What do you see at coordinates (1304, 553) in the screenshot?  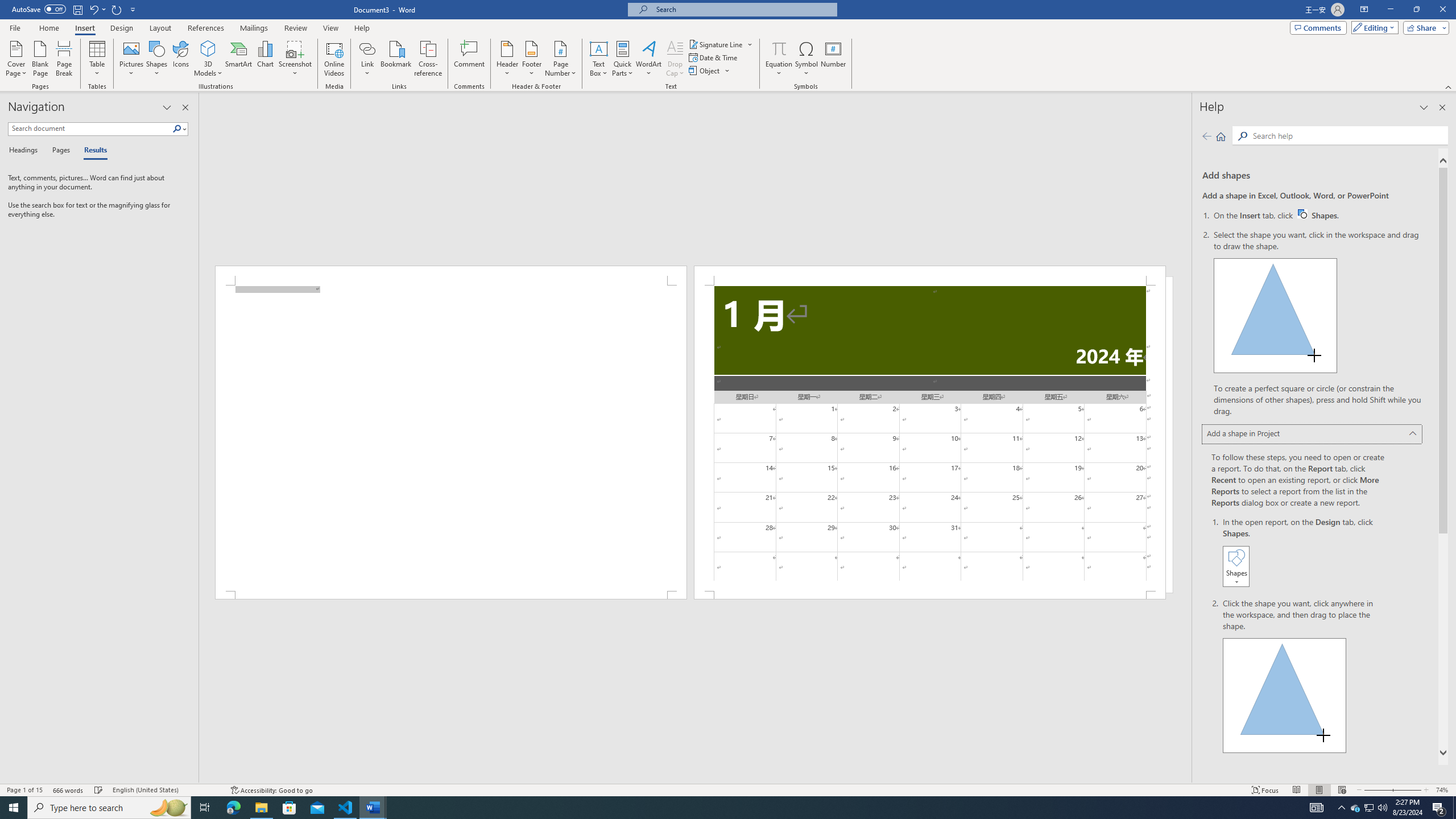 I see `'In the open report, on the Design tab, click Shapes.'` at bounding box center [1304, 553].